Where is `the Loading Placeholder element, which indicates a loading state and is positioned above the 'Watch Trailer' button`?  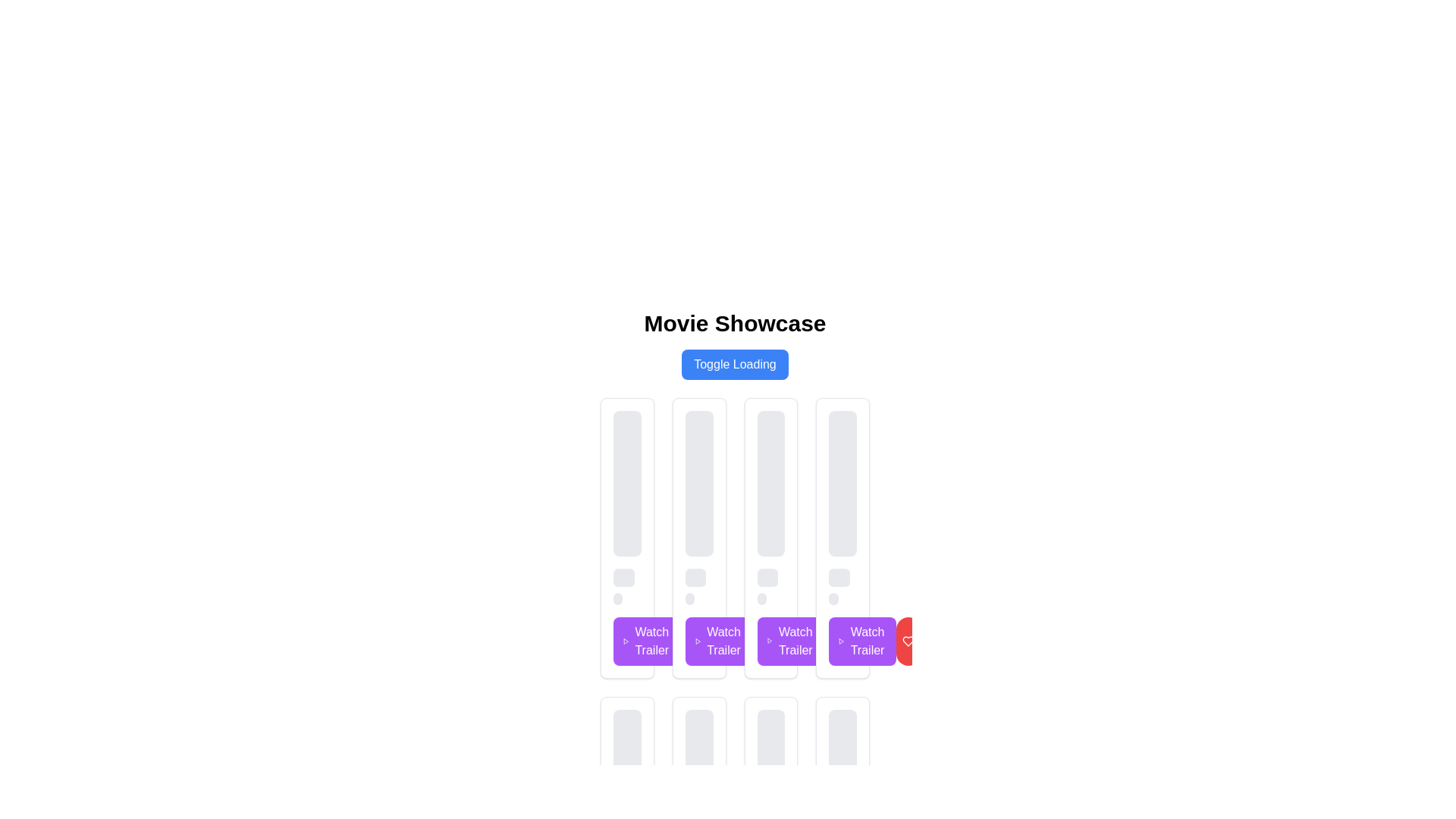 the Loading Placeholder element, which indicates a loading state and is positioned above the 'Watch Trailer' button is located at coordinates (698, 508).